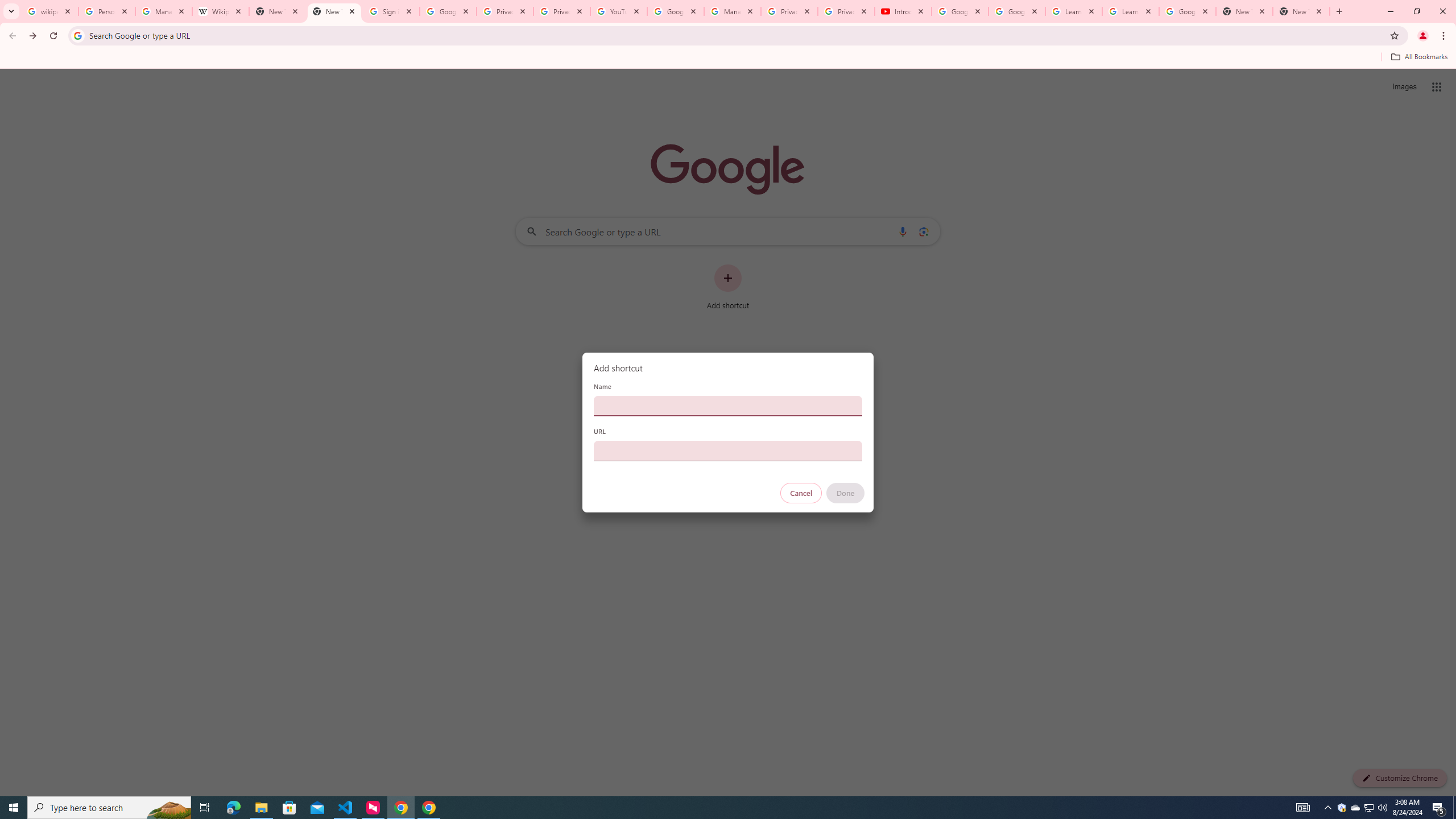 This screenshot has width=1456, height=819. I want to click on 'URL', so click(728, 450).